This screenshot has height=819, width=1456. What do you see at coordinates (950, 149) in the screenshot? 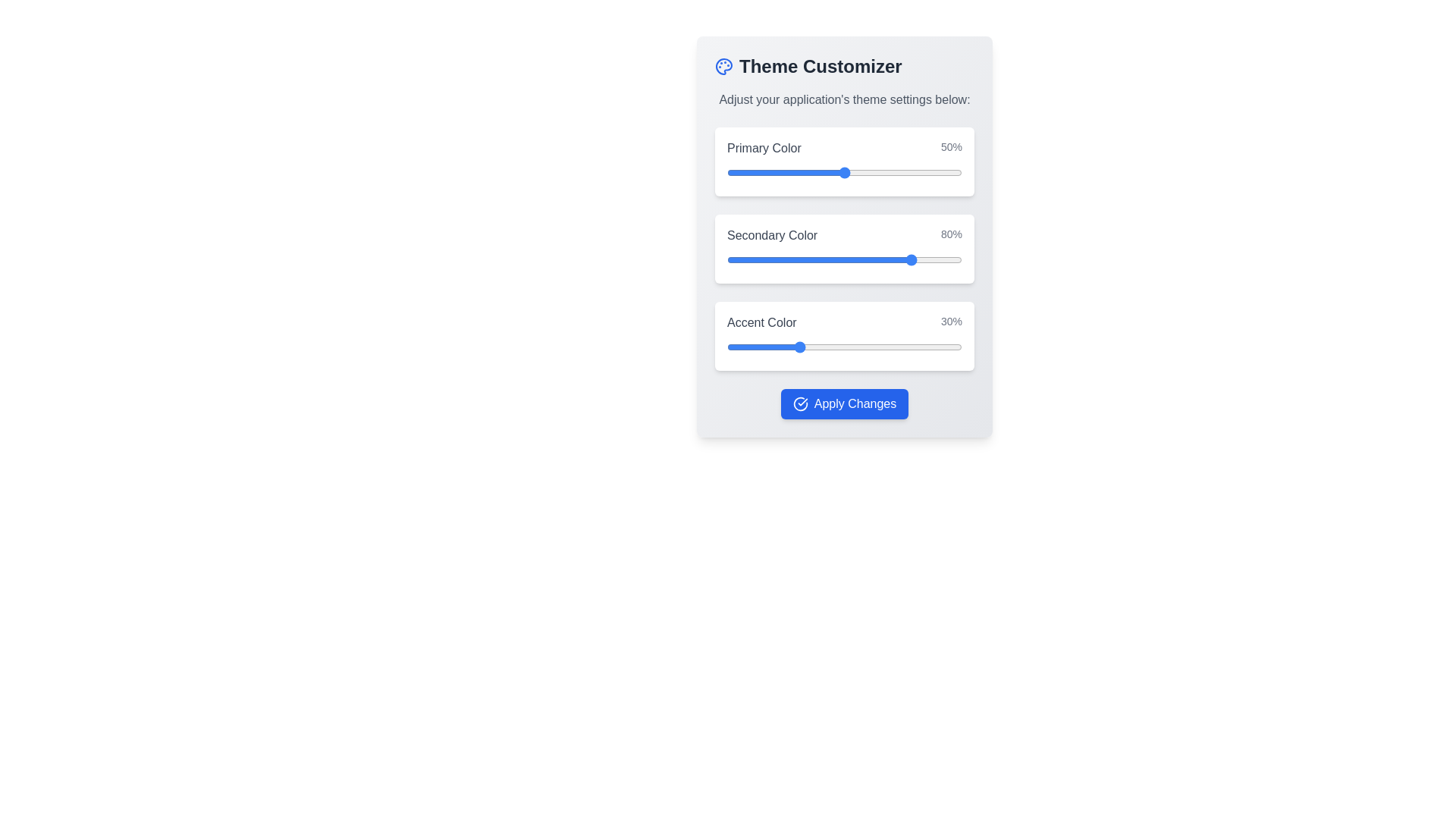
I see `the static text displaying '50%' in gray font, which is located in the 'Primary Color' section, positioned to the right of the label and above a horizontal slider bar` at bounding box center [950, 149].